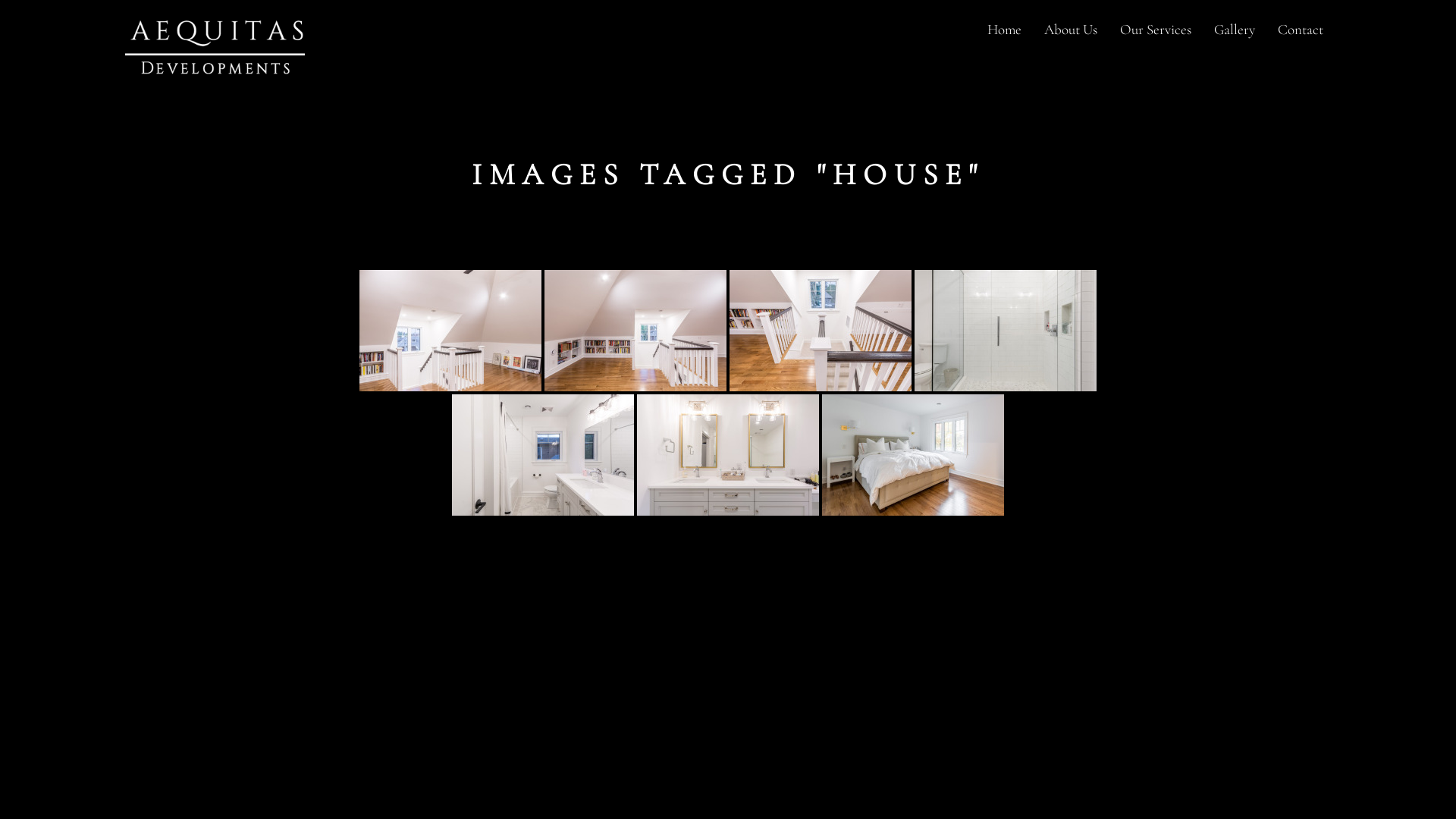 This screenshot has width=1456, height=819. I want to click on 'Our Services', so click(1154, 30).